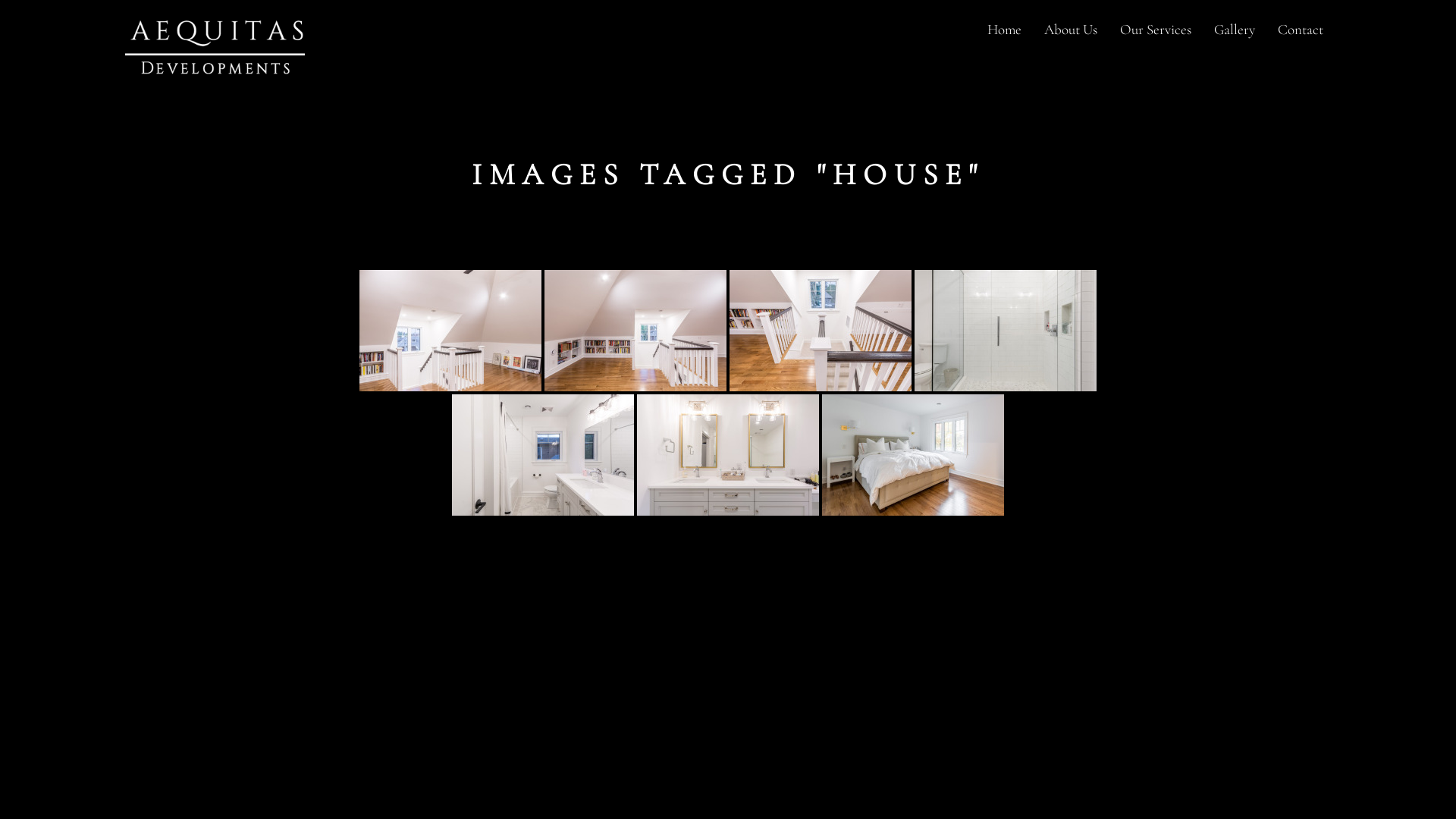 This screenshot has width=1456, height=819. I want to click on 'Our Services', so click(1154, 30).